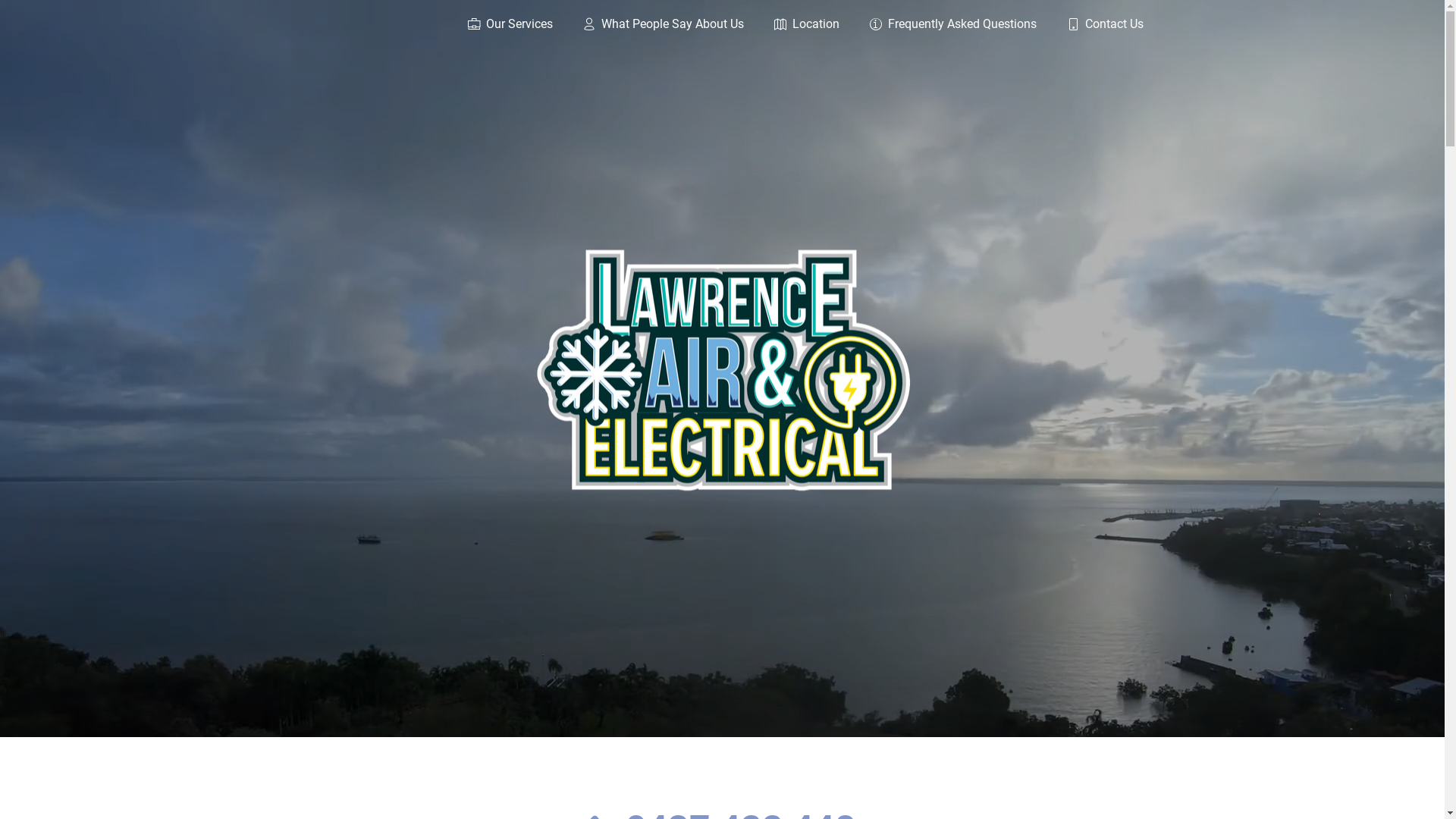 This screenshot has height=819, width=1456. Describe the element at coordinates (789, 26) in the screenshot. I see `'  Location'` at that location.